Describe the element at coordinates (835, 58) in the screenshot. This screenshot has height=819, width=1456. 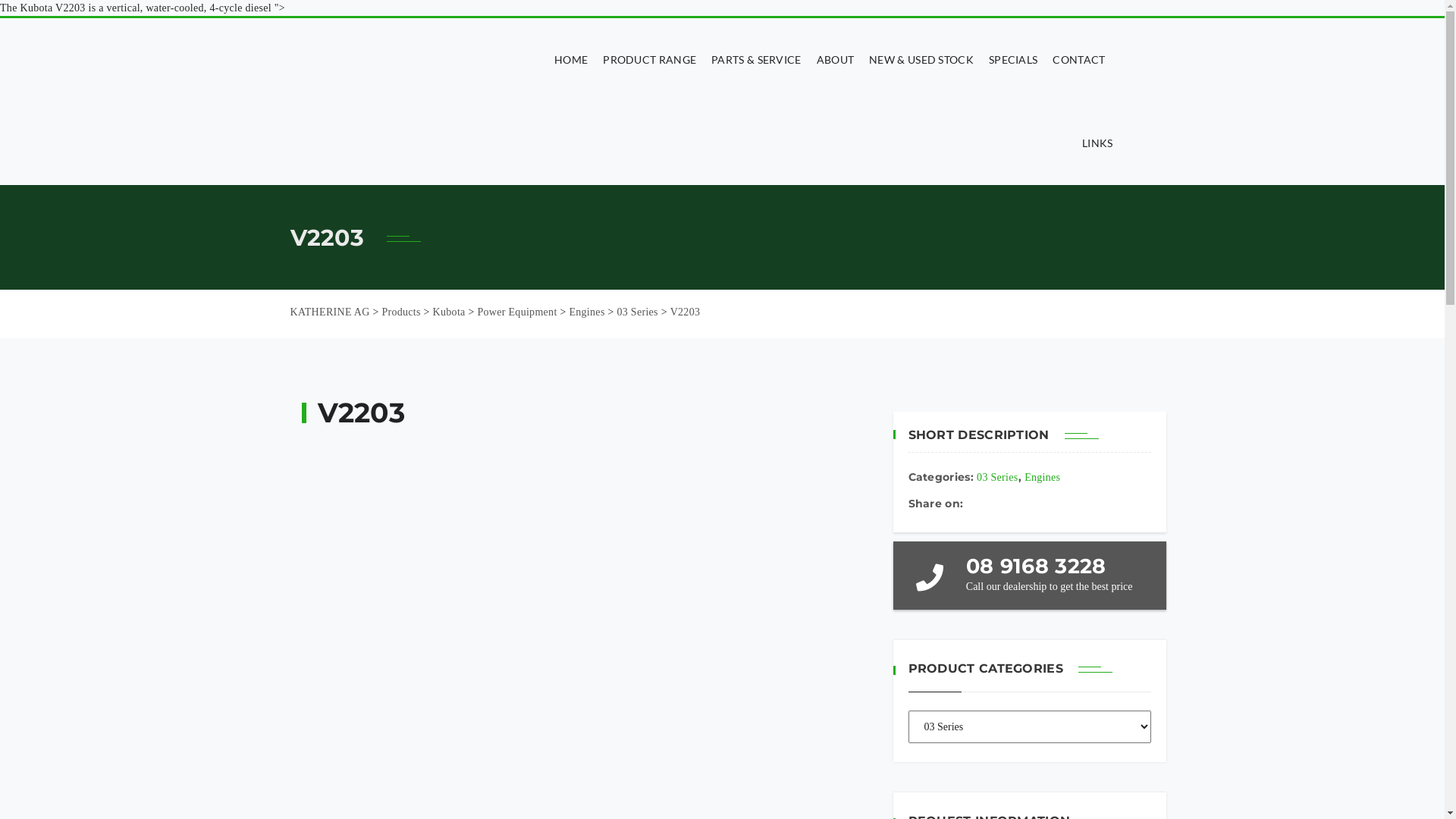
I see `'ABOUT'` at that location.